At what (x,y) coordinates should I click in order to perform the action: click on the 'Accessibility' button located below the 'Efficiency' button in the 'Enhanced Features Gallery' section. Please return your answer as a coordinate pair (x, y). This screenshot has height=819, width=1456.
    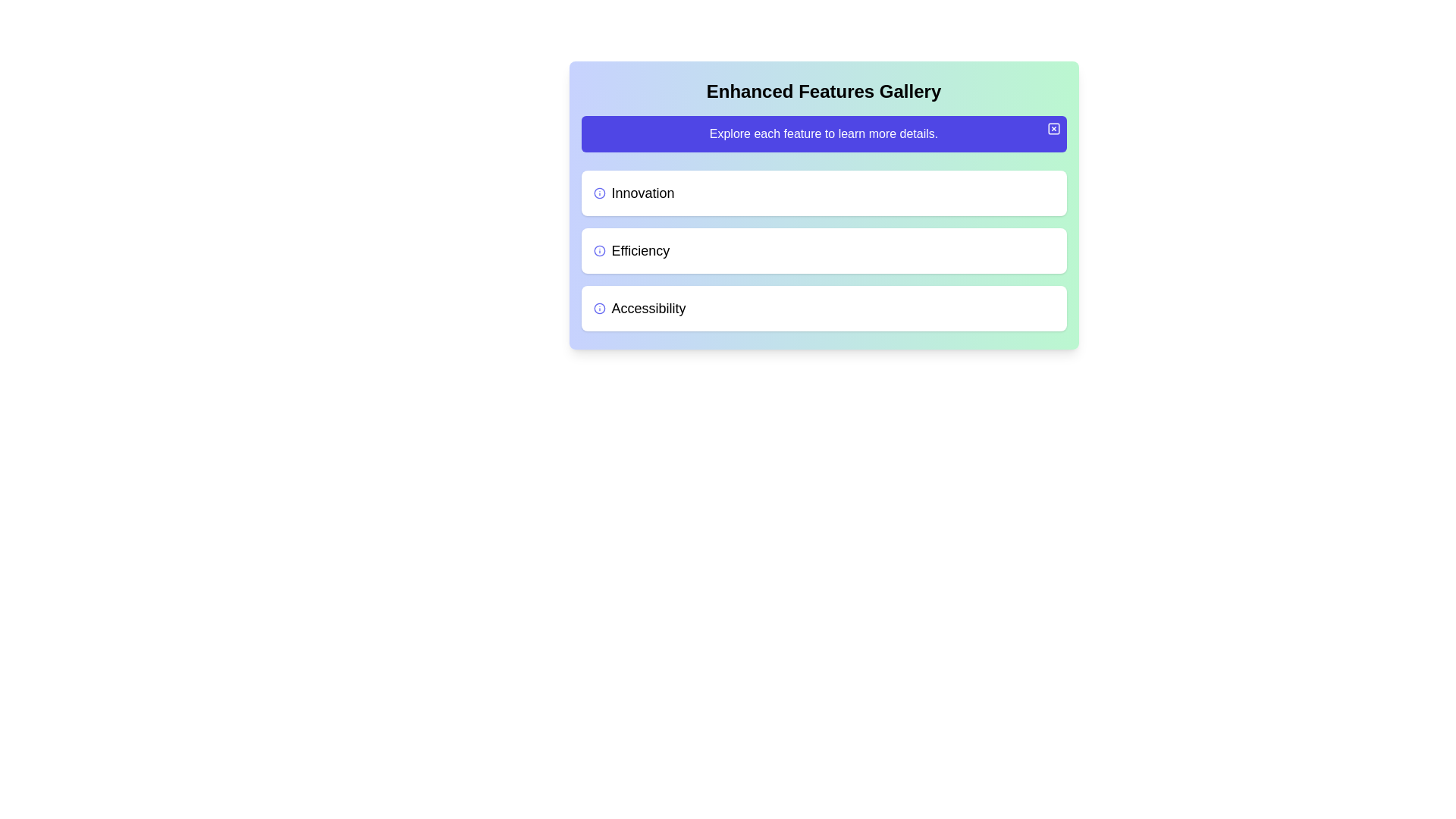
    Looking at the image, I should click on (823, 308).